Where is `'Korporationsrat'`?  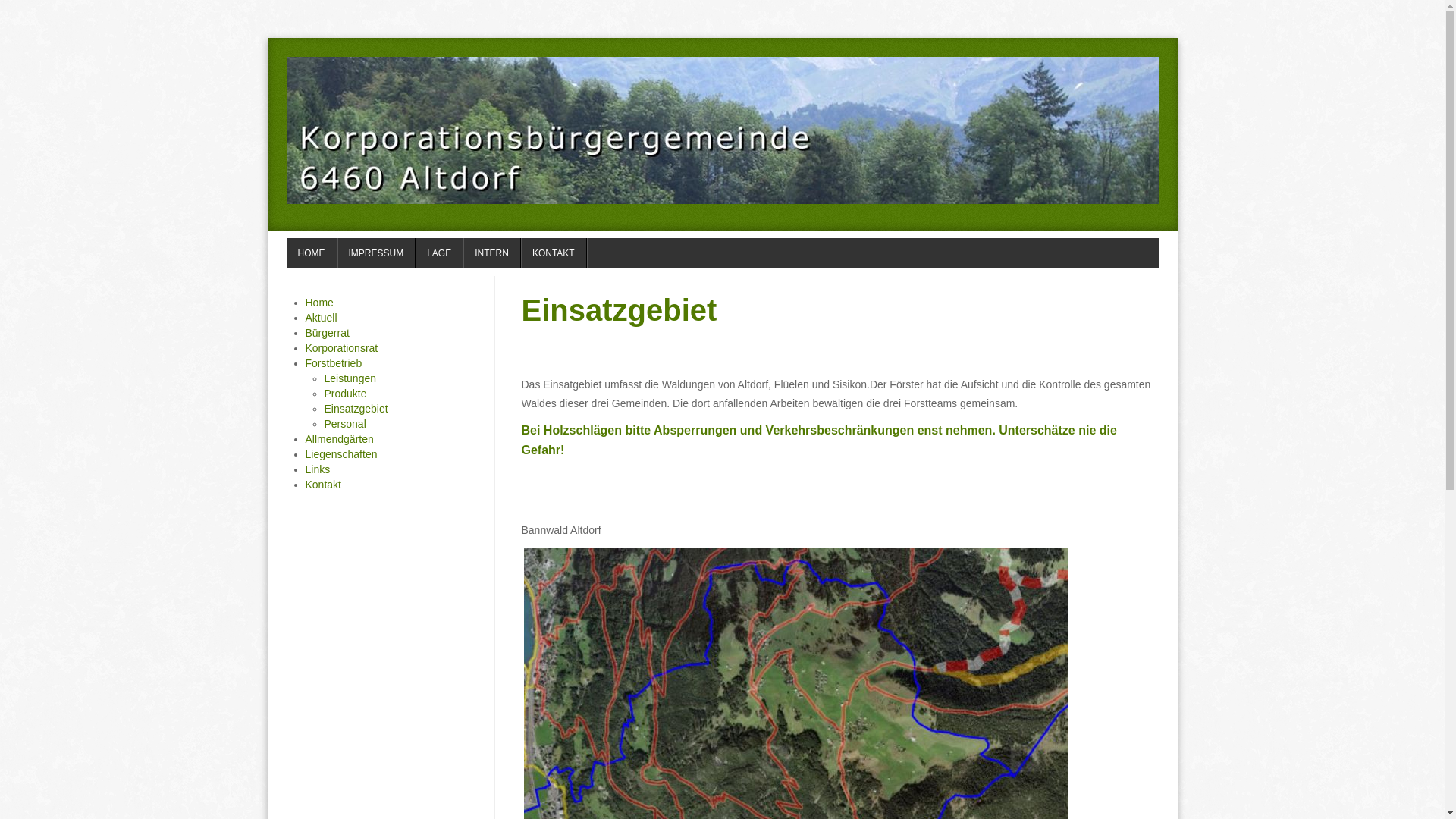
'Korporationsrat' is located at coordinates (340, 348).